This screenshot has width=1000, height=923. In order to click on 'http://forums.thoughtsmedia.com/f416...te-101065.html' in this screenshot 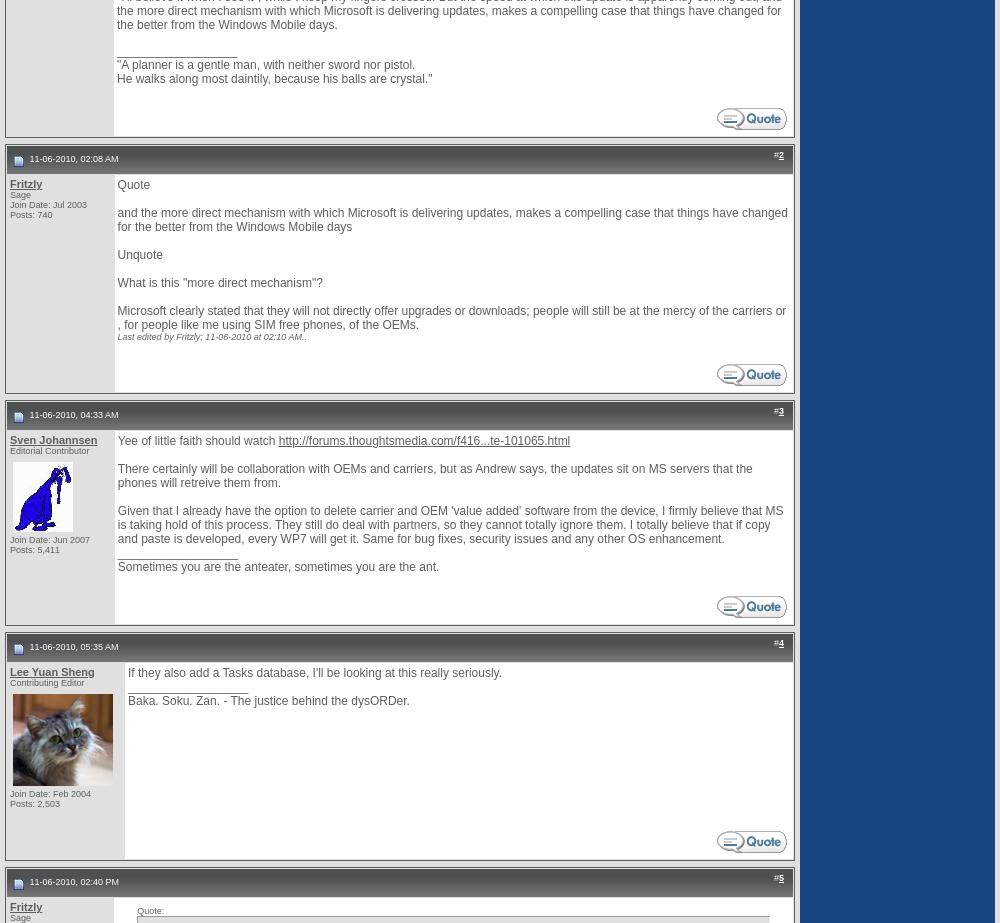, I will do `click(424, 441)`.